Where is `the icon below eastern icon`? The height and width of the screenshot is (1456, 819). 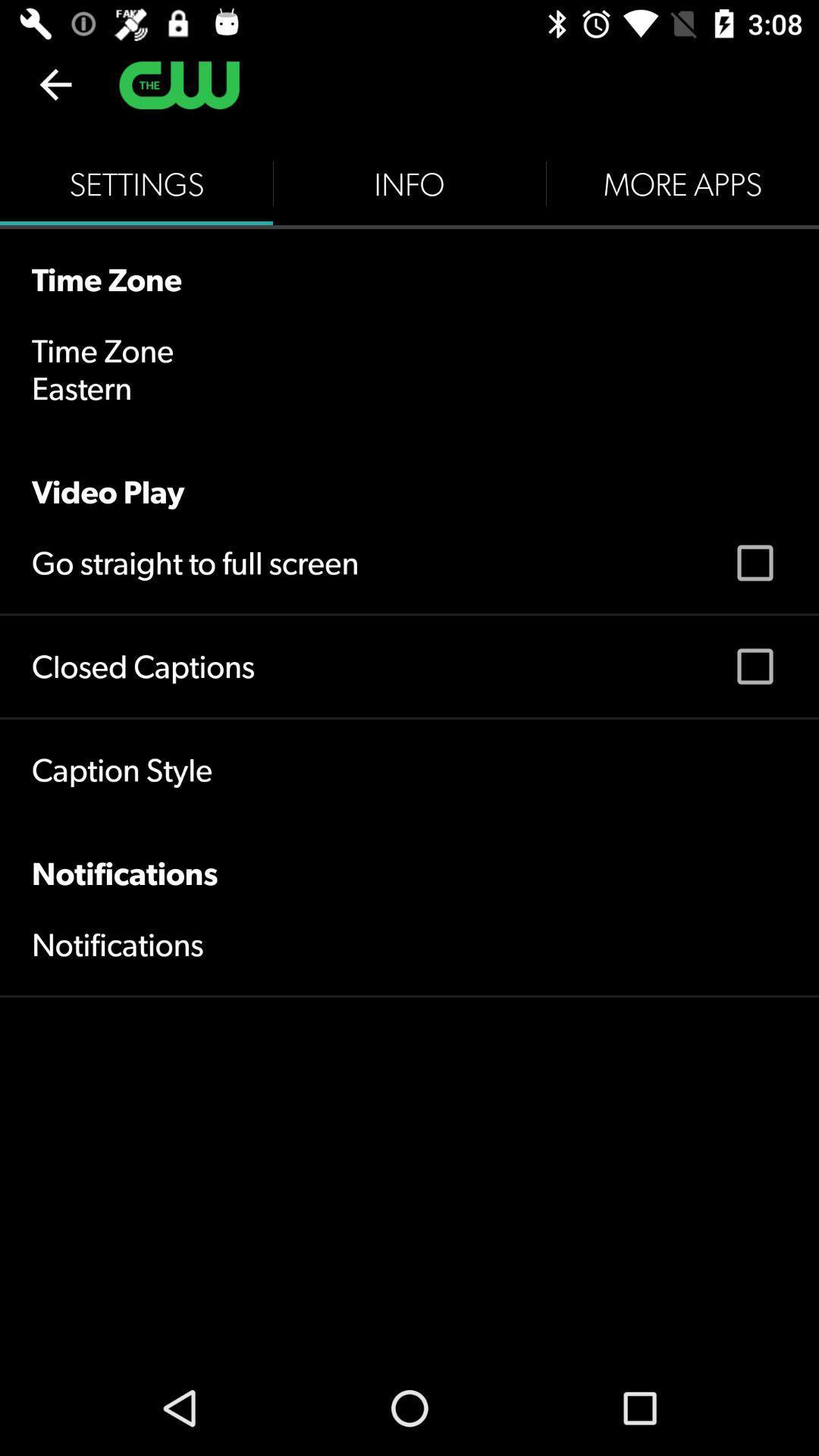
the icon below eastern icon is located at coordinates (409, 475).